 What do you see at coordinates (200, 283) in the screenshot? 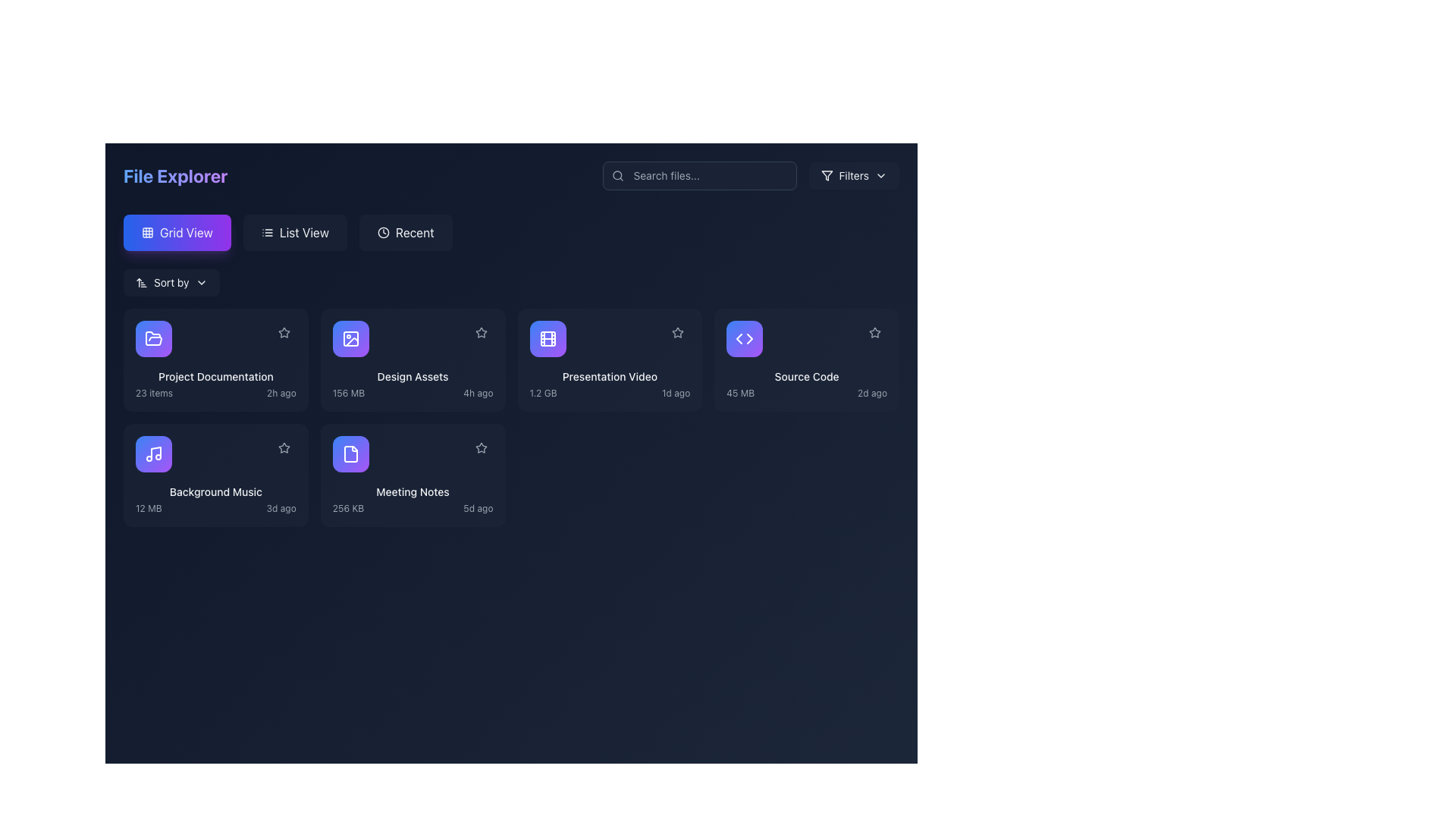
I see `the Dropdown toggle icon located to the right of the 'Sort by' label` at bounding box center [200, 283].